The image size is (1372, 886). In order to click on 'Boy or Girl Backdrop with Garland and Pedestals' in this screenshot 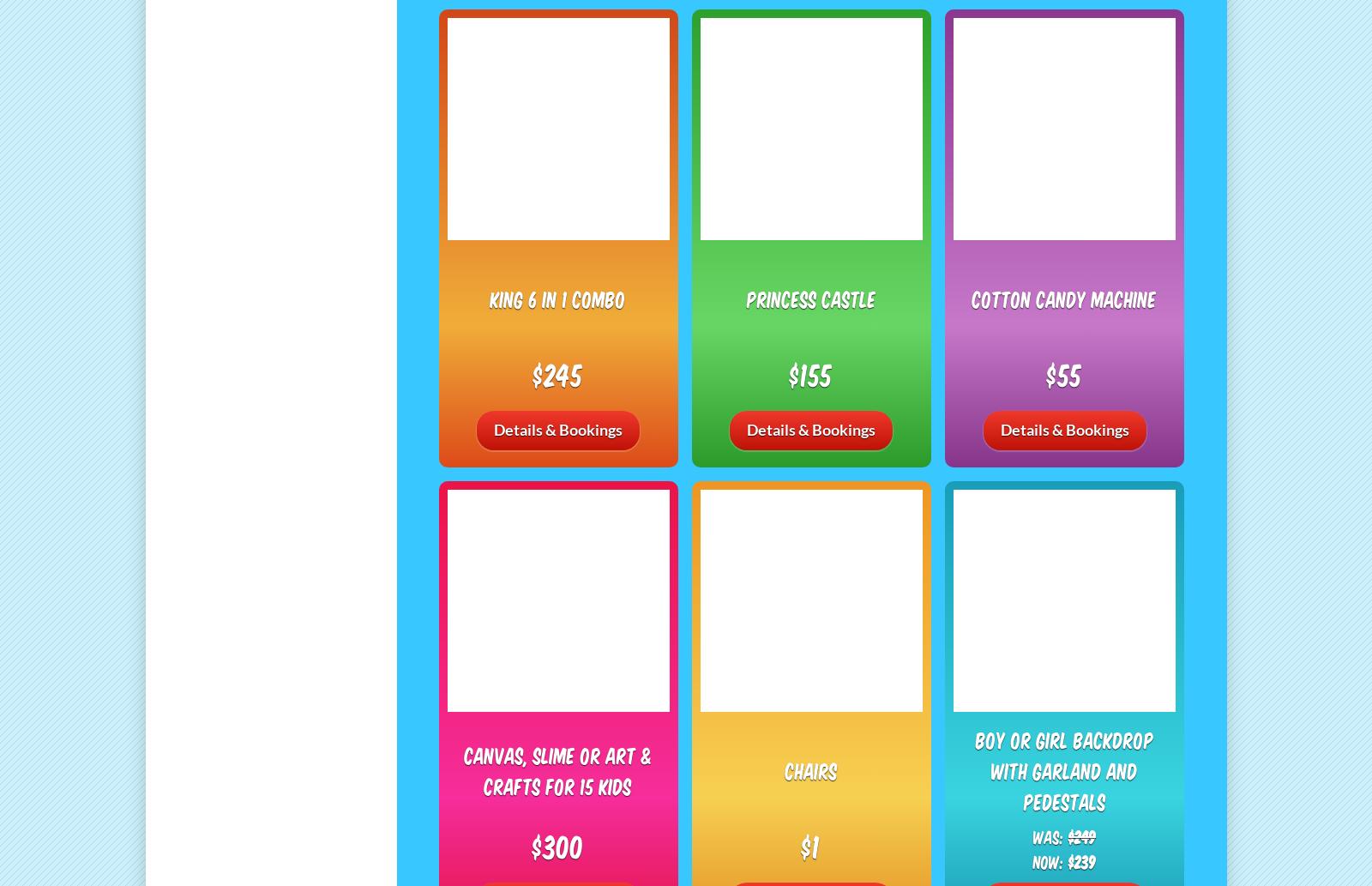, I will do `click(974, 768)`.